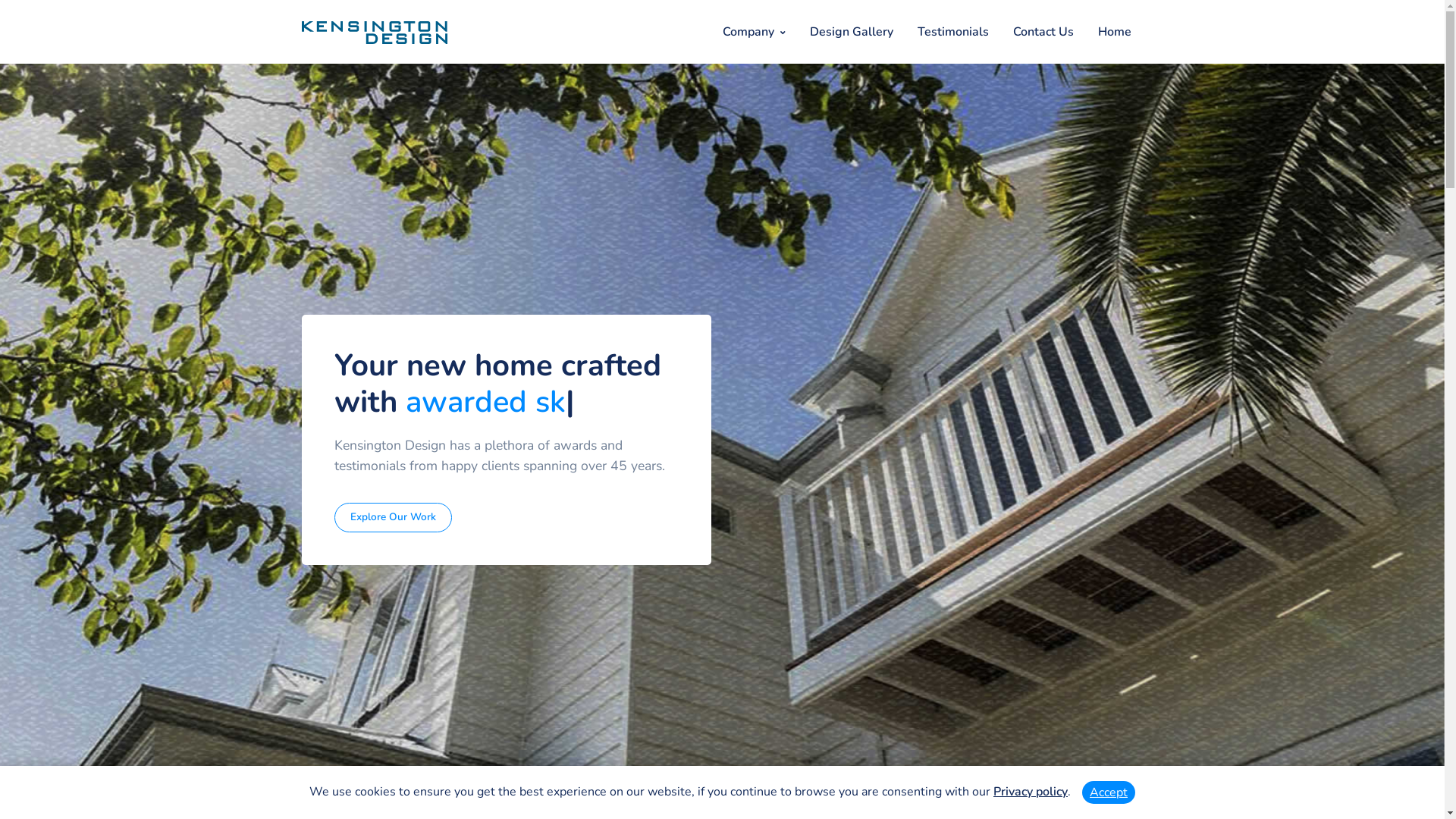 Image resolution: width=1456 pixels, height=819 pixels. What do you see at coordinates (393, 516) in the screenshot?
I see `'Explore Our Work'` at bounding box center [393, 516].